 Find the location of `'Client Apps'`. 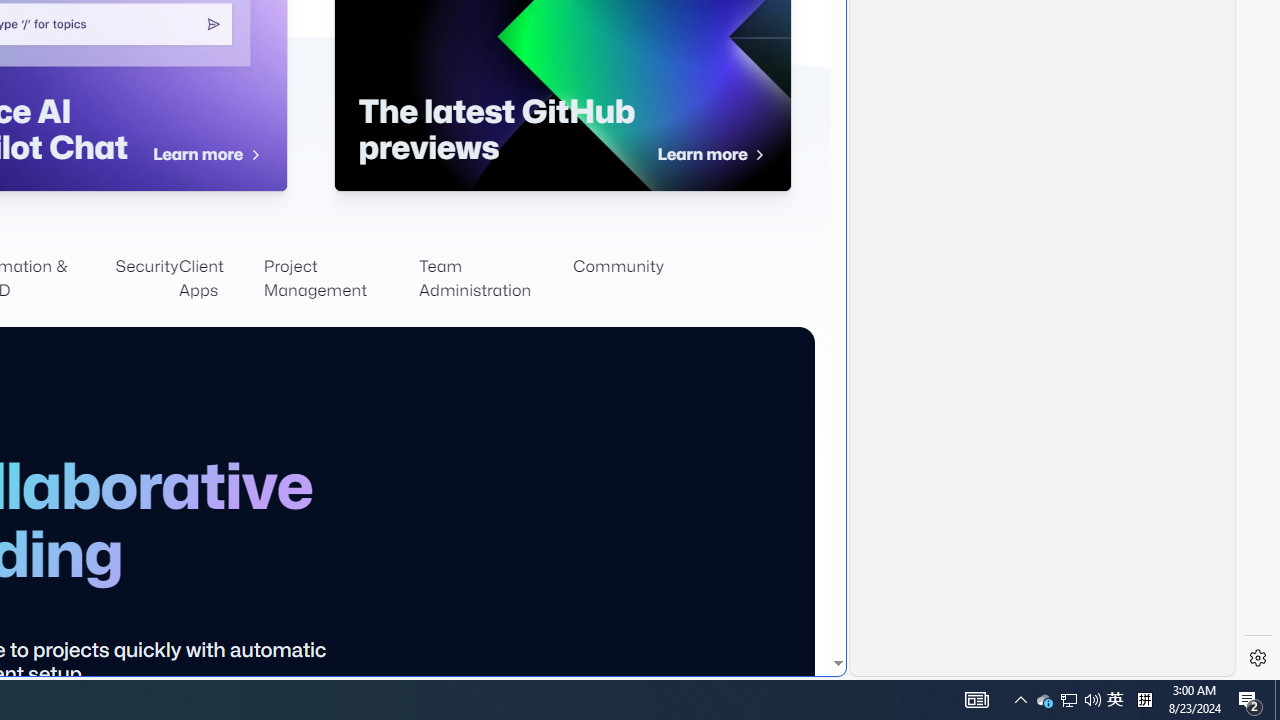

'Client Apps' is located at coordinates (220, 279).